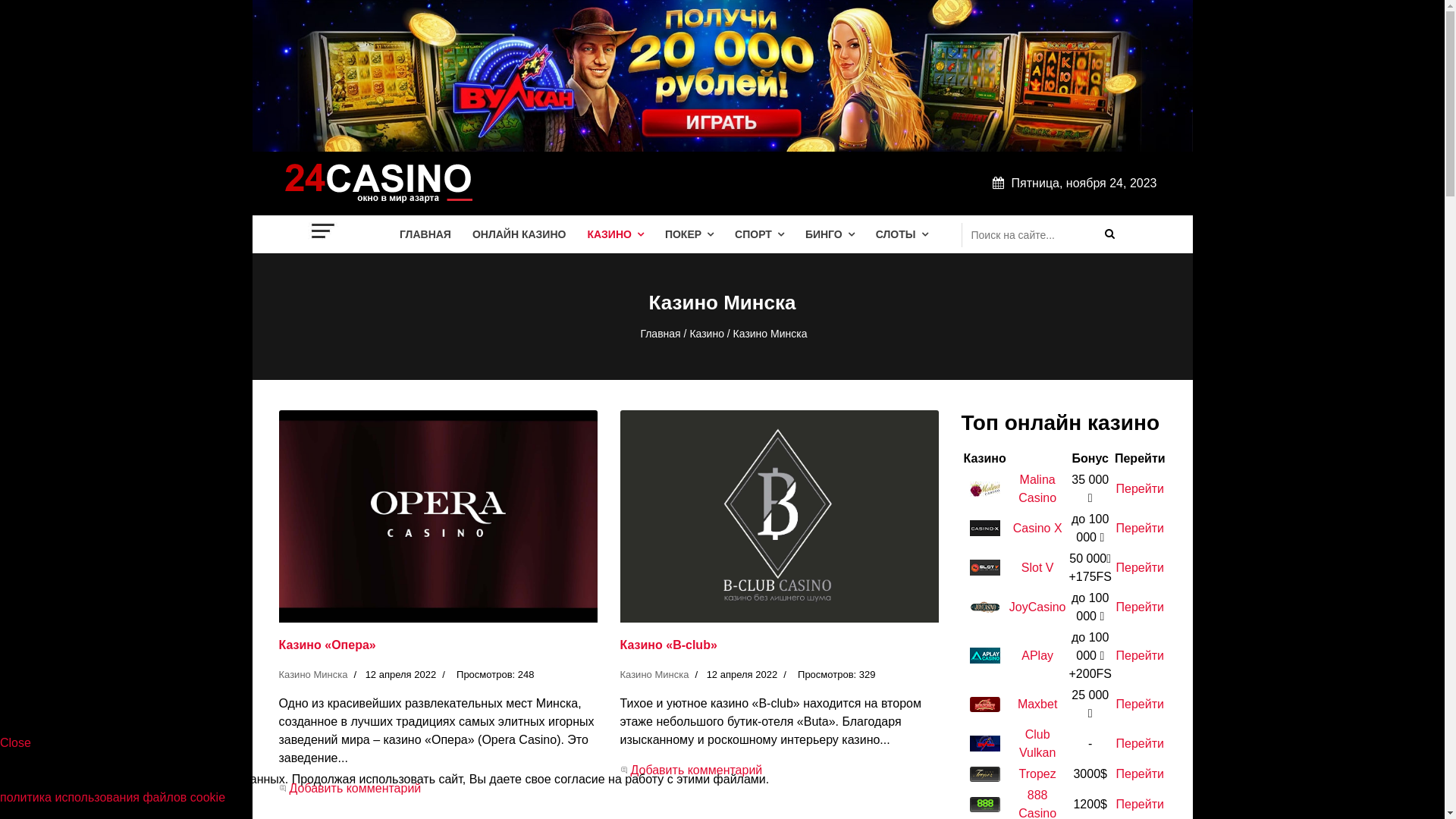  Describe the element at coordinates (1037, 773) in the screenshot. I see `'Tropez'` at that location.